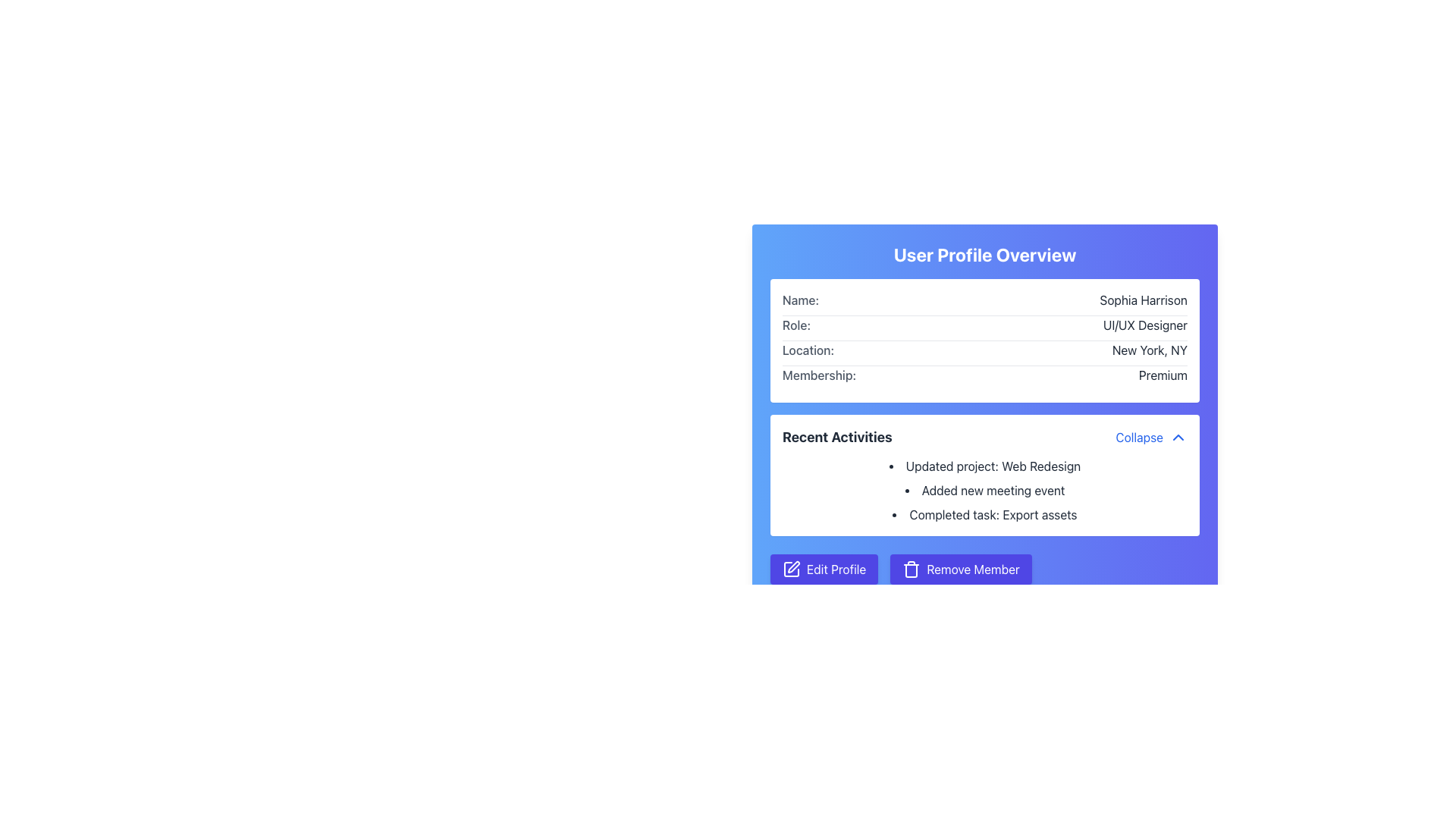 The width and height of the screenshot is (1456, 819). What do you see at coordinates (836, 438) in the screenshot?
I see `the 'Recent Activities' text label, which is displayed in bold, black font and serves as a section header within the blue user profile panel` at bounding box center [836, 438].